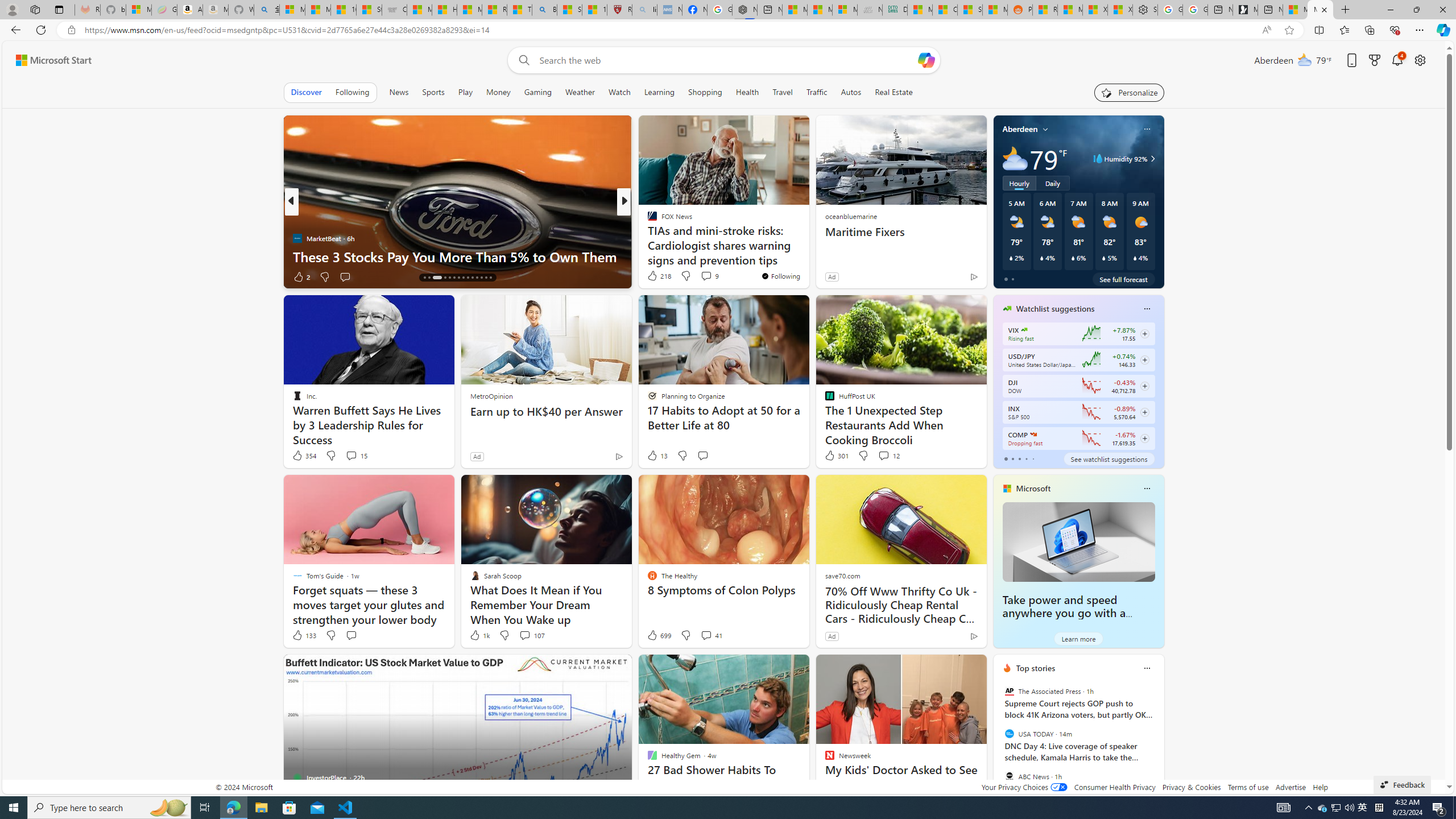 This screenshot has height=819, width=1456. What do you see at coordinates (1023, 329) in the screenshot?
I see `'CBOE Market Volatility Index'` at bounding box center [1023, 329].